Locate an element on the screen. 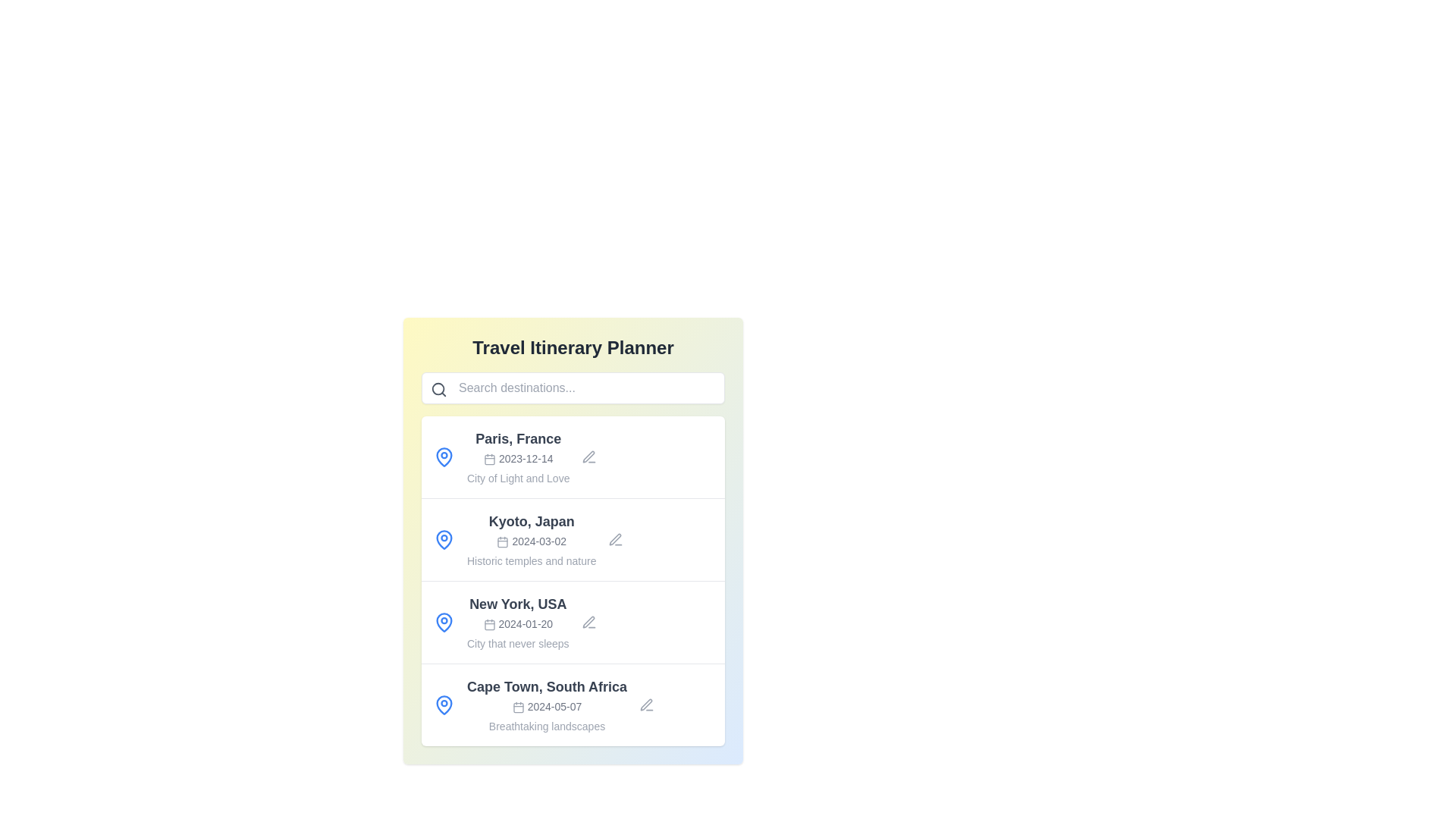 The height and width of the screenshot is (819, 1456). the text label that indicates the name of the location in the Travel Itinerary Planner is located at coordinates (518, 438).